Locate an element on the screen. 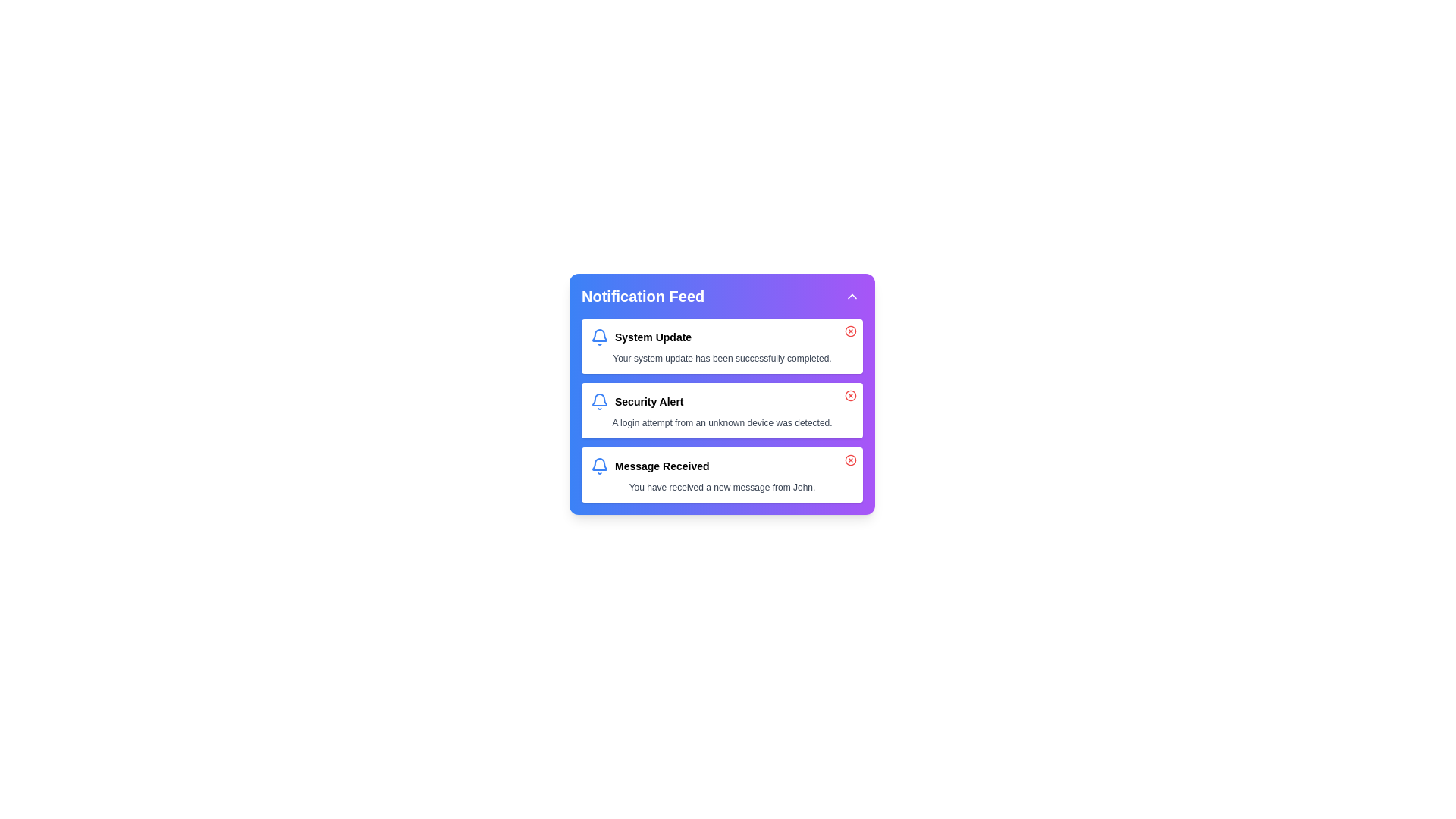  the 'Message Received' text label is located at coordinates (662, 465).